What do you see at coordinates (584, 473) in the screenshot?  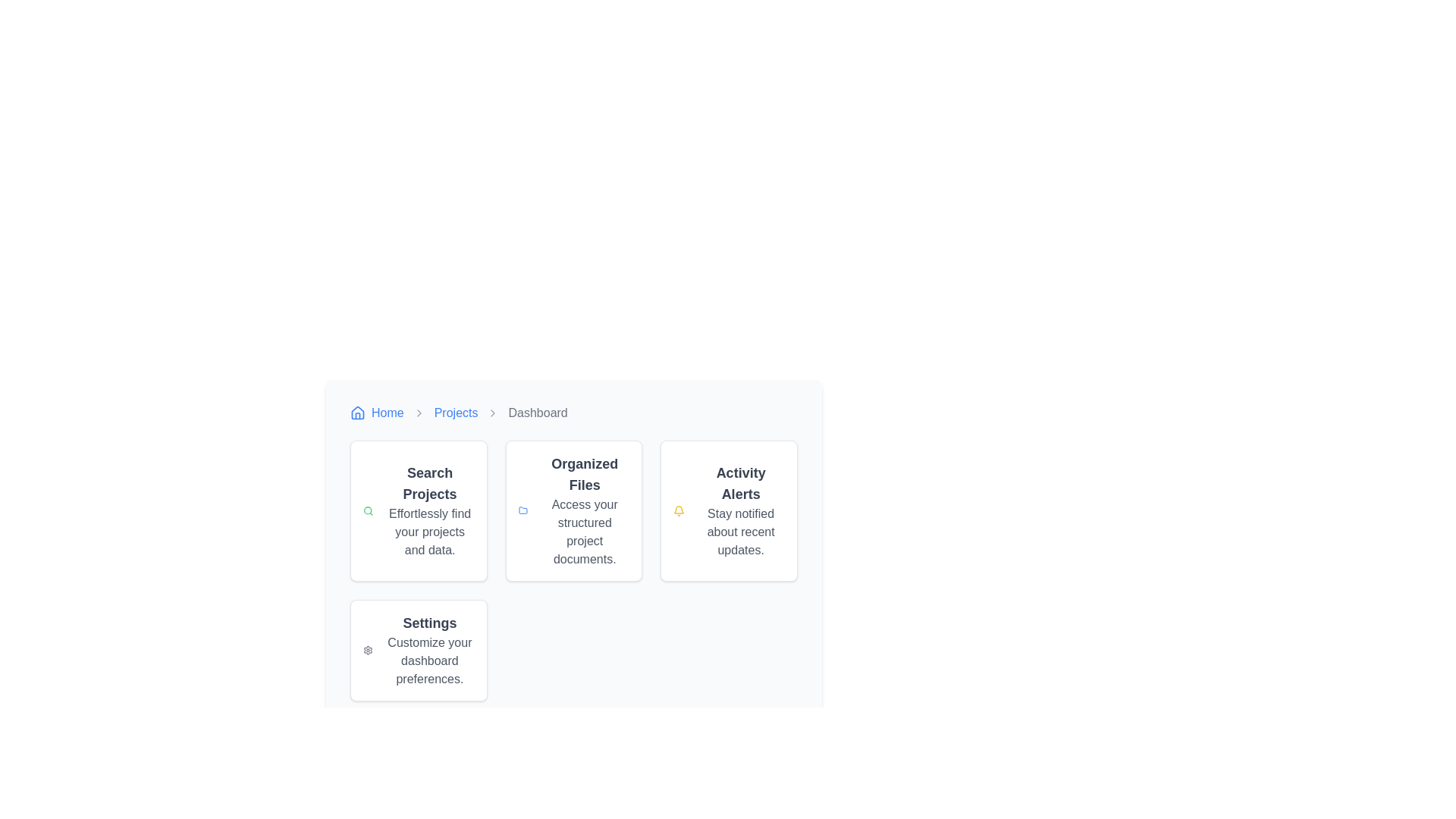 I see `the heading text element located at the top of the second card in a row of three cards on the dashboard, which provides an overview of the card's content regarding organized files` at bounding box center [584, 473].